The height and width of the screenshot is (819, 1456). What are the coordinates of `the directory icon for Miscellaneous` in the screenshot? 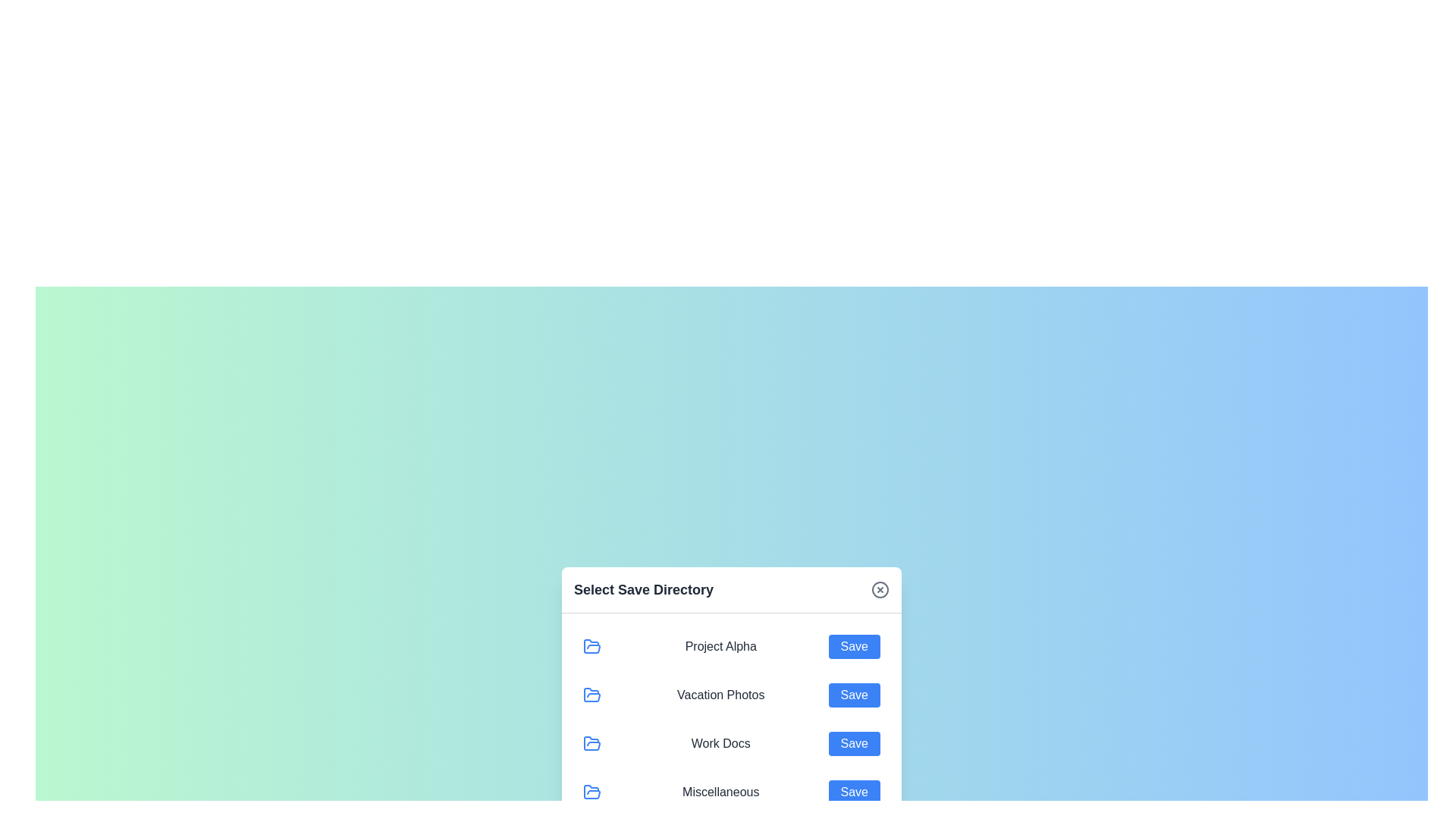 It's located at (591, 791).